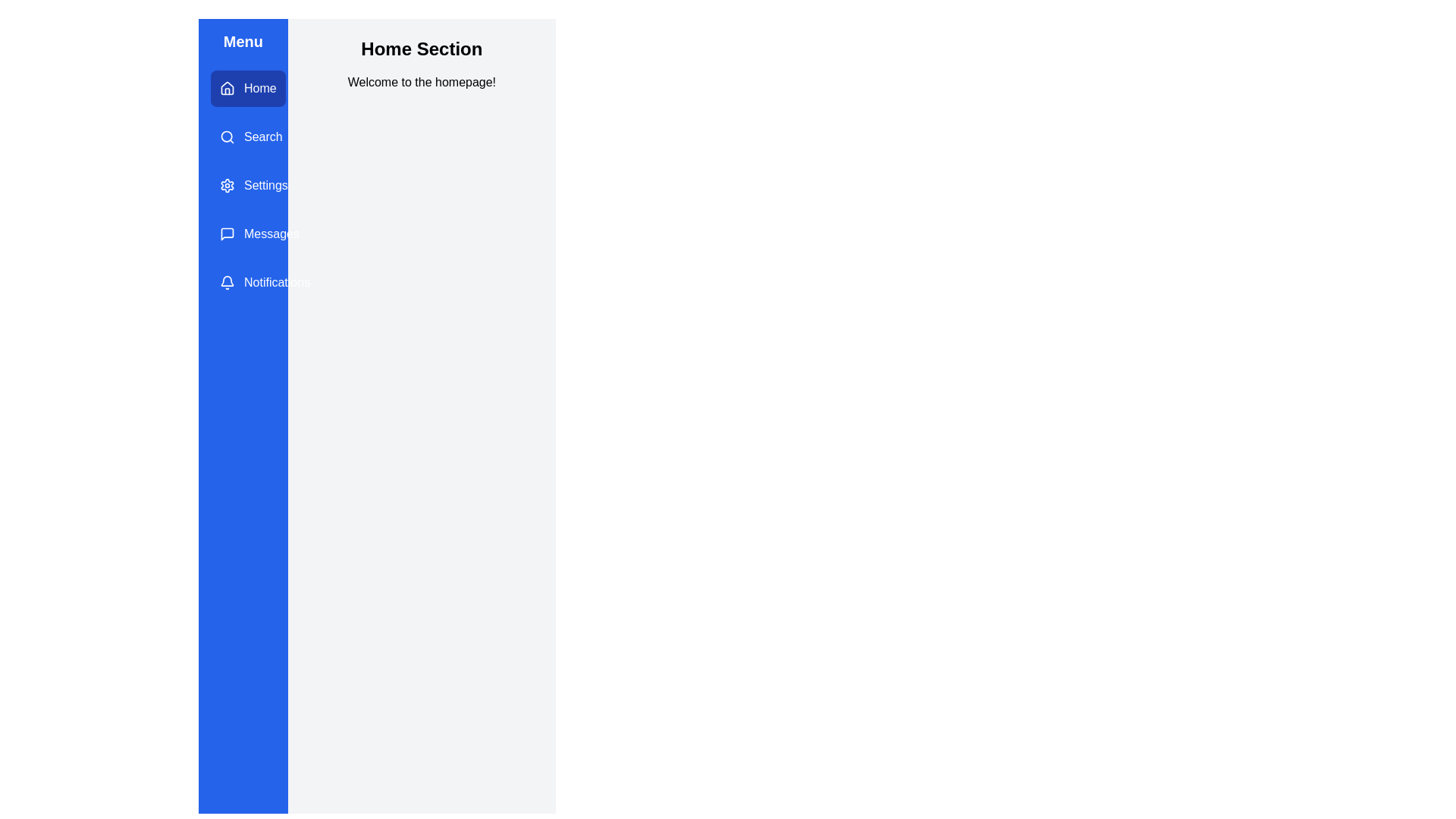 The height and width of the screenshot is (819, 1456). What do you see at coordinates (243, 88) in the screenshot?
I see `the 'Home' button with a house-shaped icon located at the top of the vertical navigation menu` at bounding box center [243, 88].